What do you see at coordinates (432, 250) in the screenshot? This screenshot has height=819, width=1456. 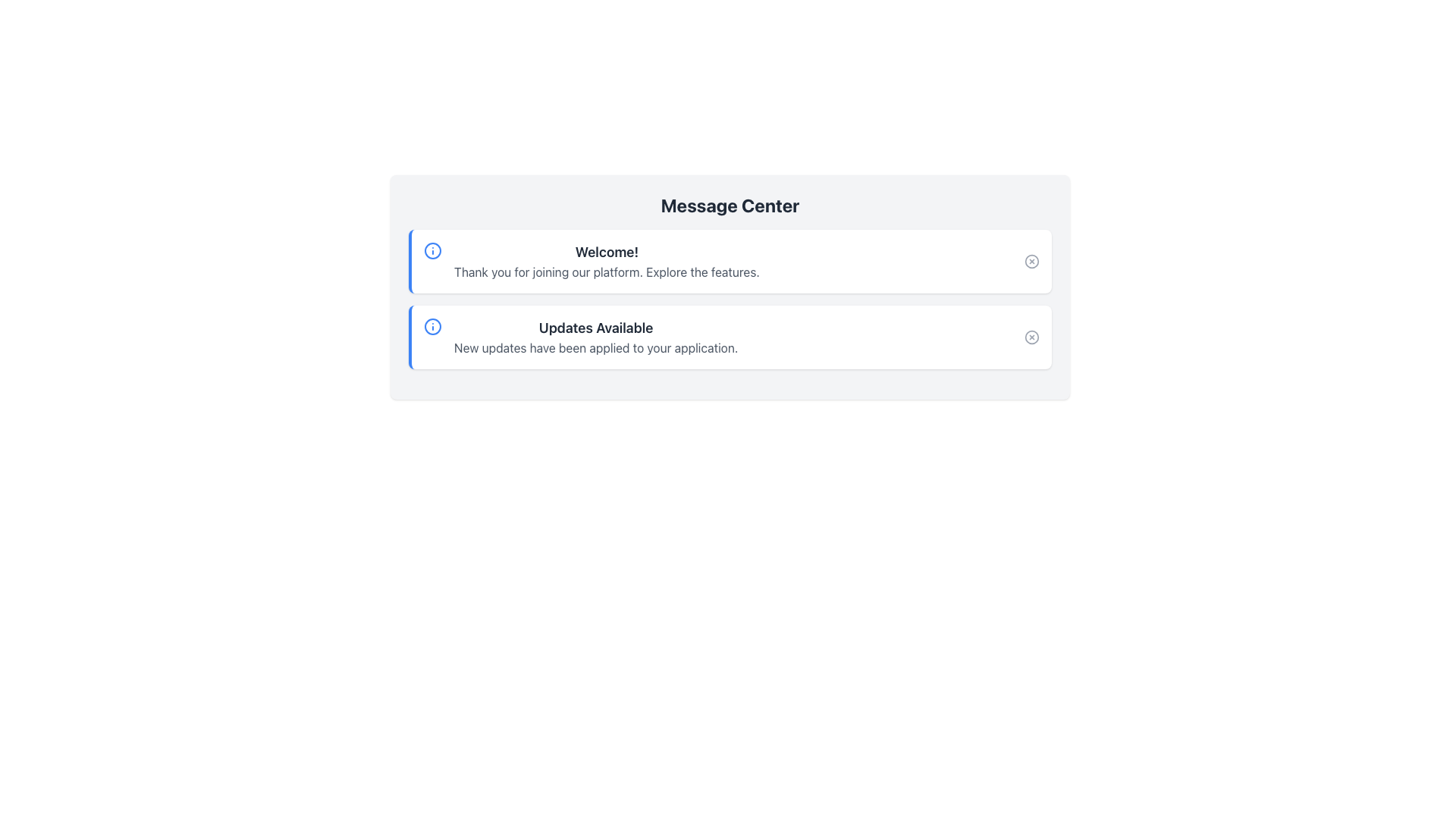 I see `the information symbol circular shape within the blue-outlined icon of the first notification card labeled 'Welcome!' in the 'Message Center' section` at bounding box center [432, 250].